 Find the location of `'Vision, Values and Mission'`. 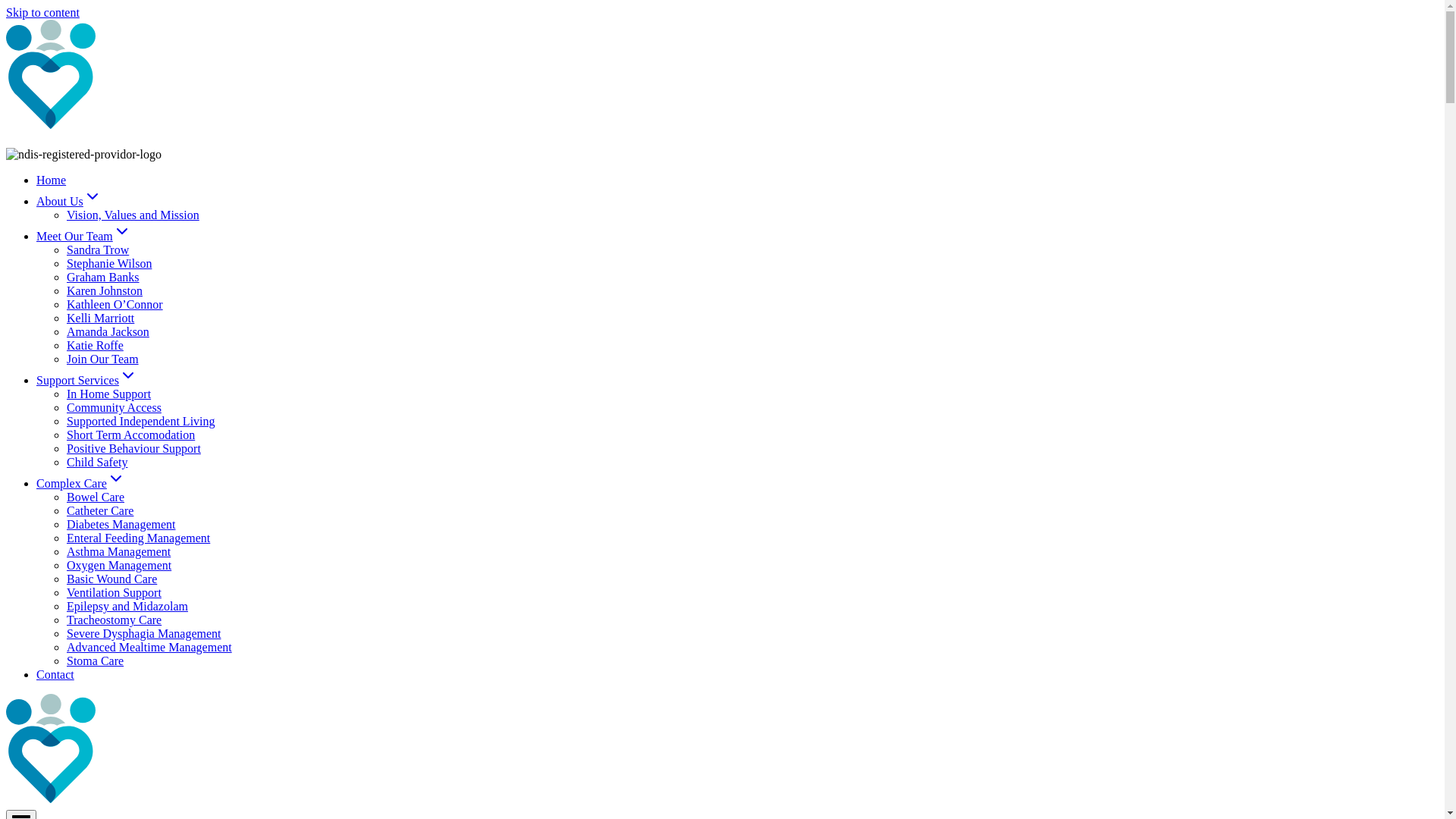

'Vision, Values and Mission' is located at coordinates (133, 215).